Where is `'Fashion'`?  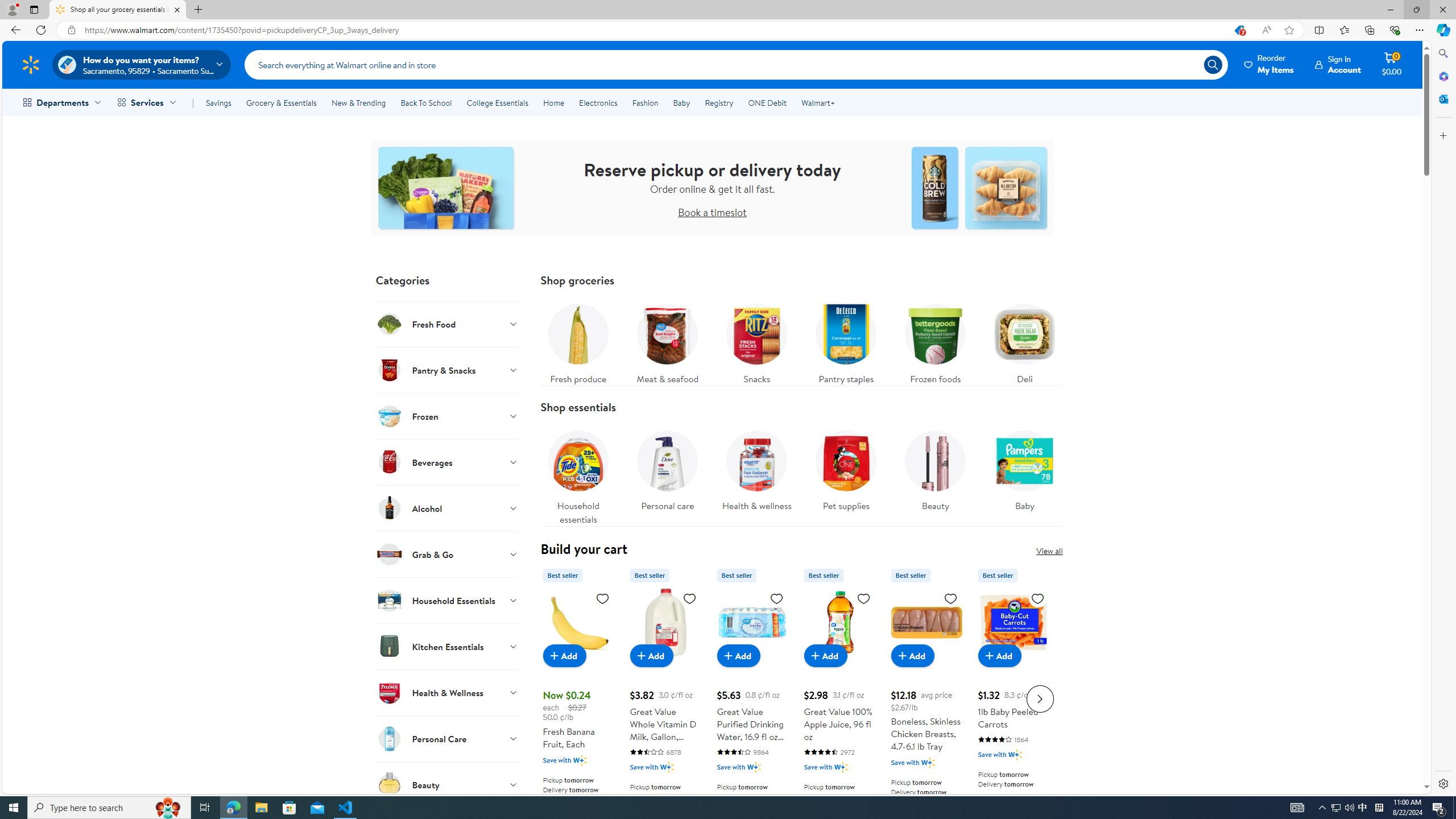
'Fashion' is located at coordinates (644, 102).